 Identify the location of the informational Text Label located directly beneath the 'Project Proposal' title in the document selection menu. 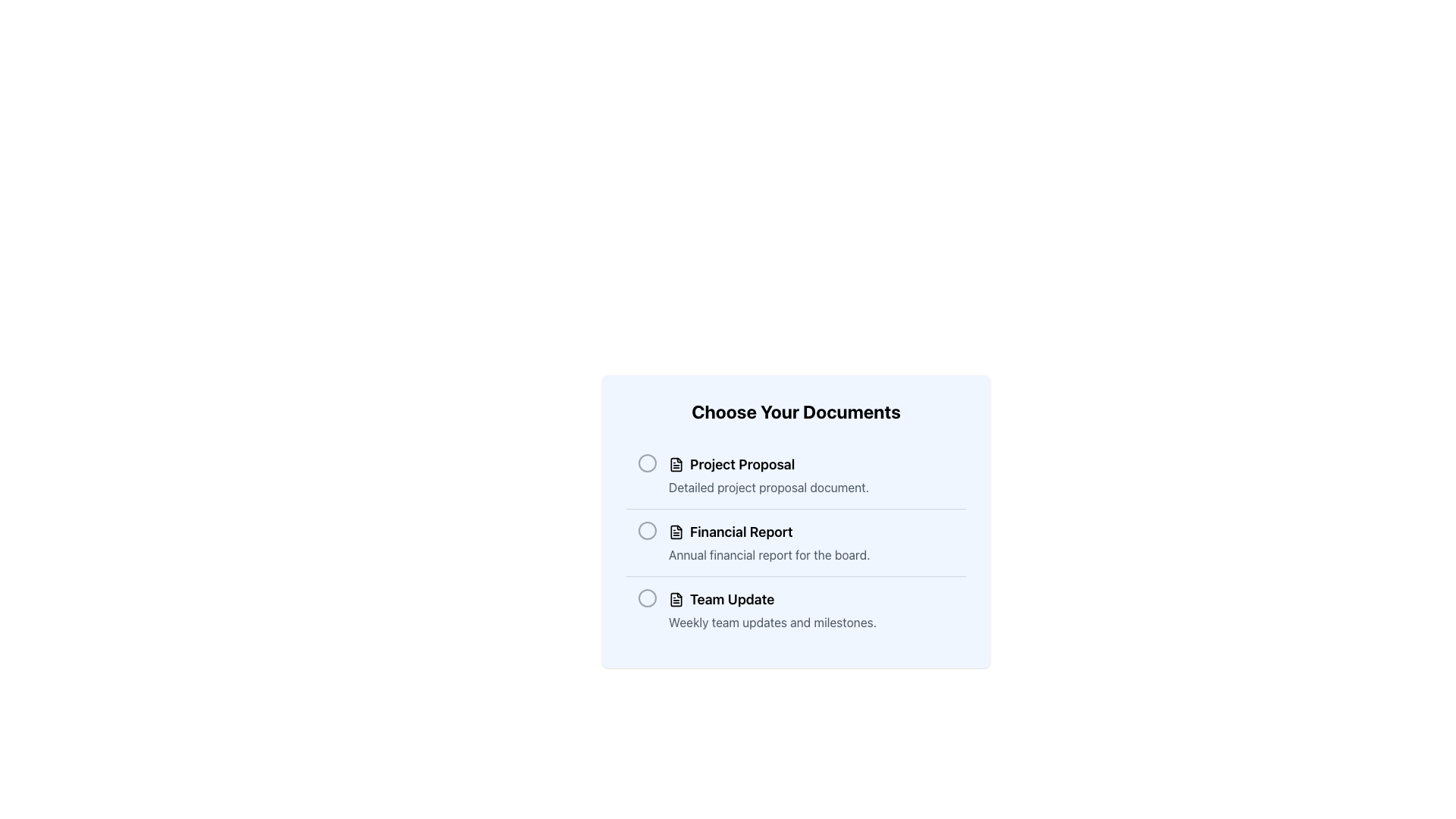
(769, 488).